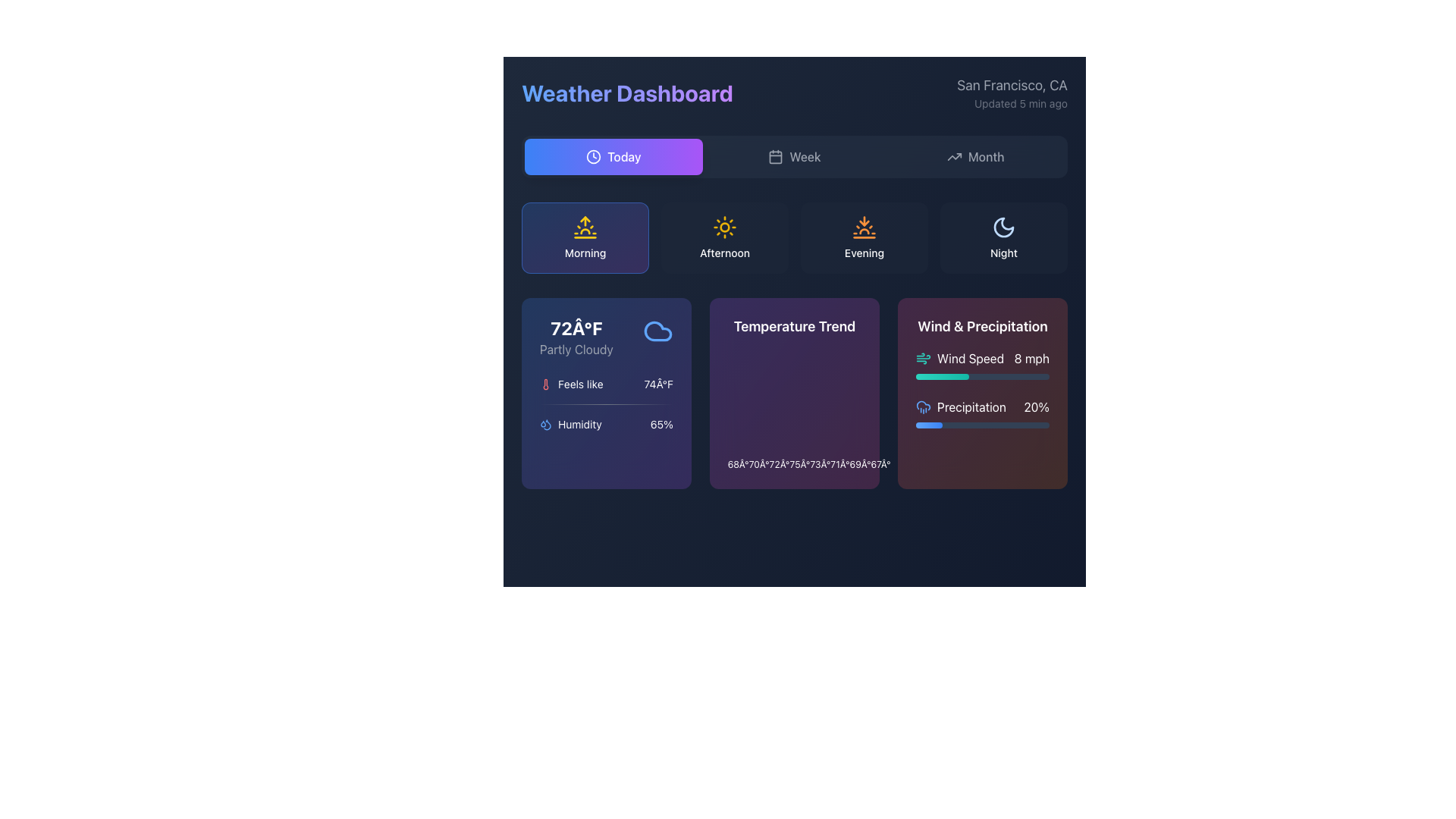 The image size is (1456, 819). What do you see at coordinates (923, 406) in the screenshot?
I see `the cloud icon emitting rain located in the 'Wind & Precipitation' panel, positioned left of the 'Precipitation' text` at bounding box center [923, 406].